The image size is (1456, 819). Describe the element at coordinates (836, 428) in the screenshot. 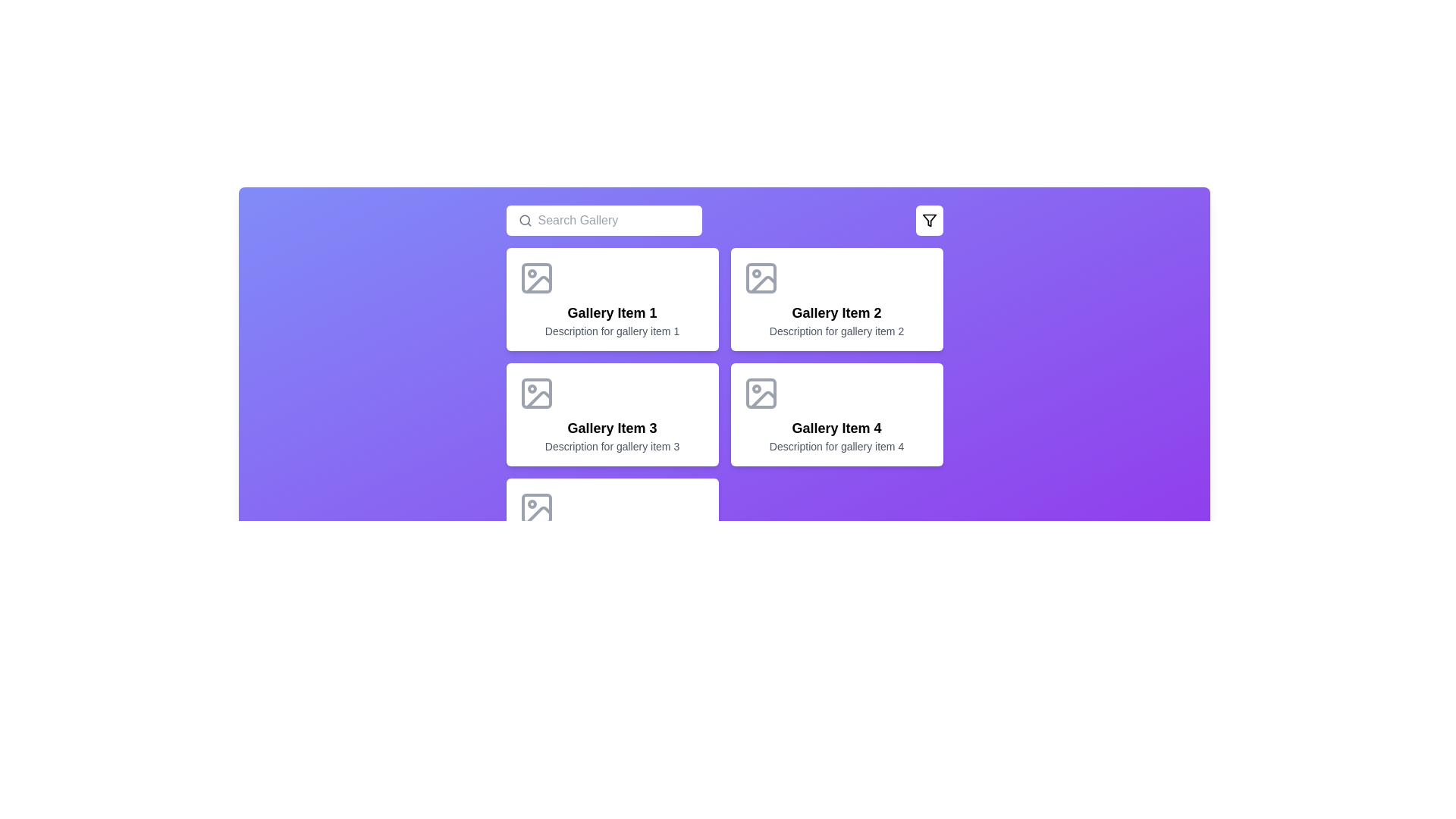

I see `the text label 'Gallery Item 4', which is bold and large, located above the description text in the fourth card from the left in the grid, to interact with the enclosing element` at that location.